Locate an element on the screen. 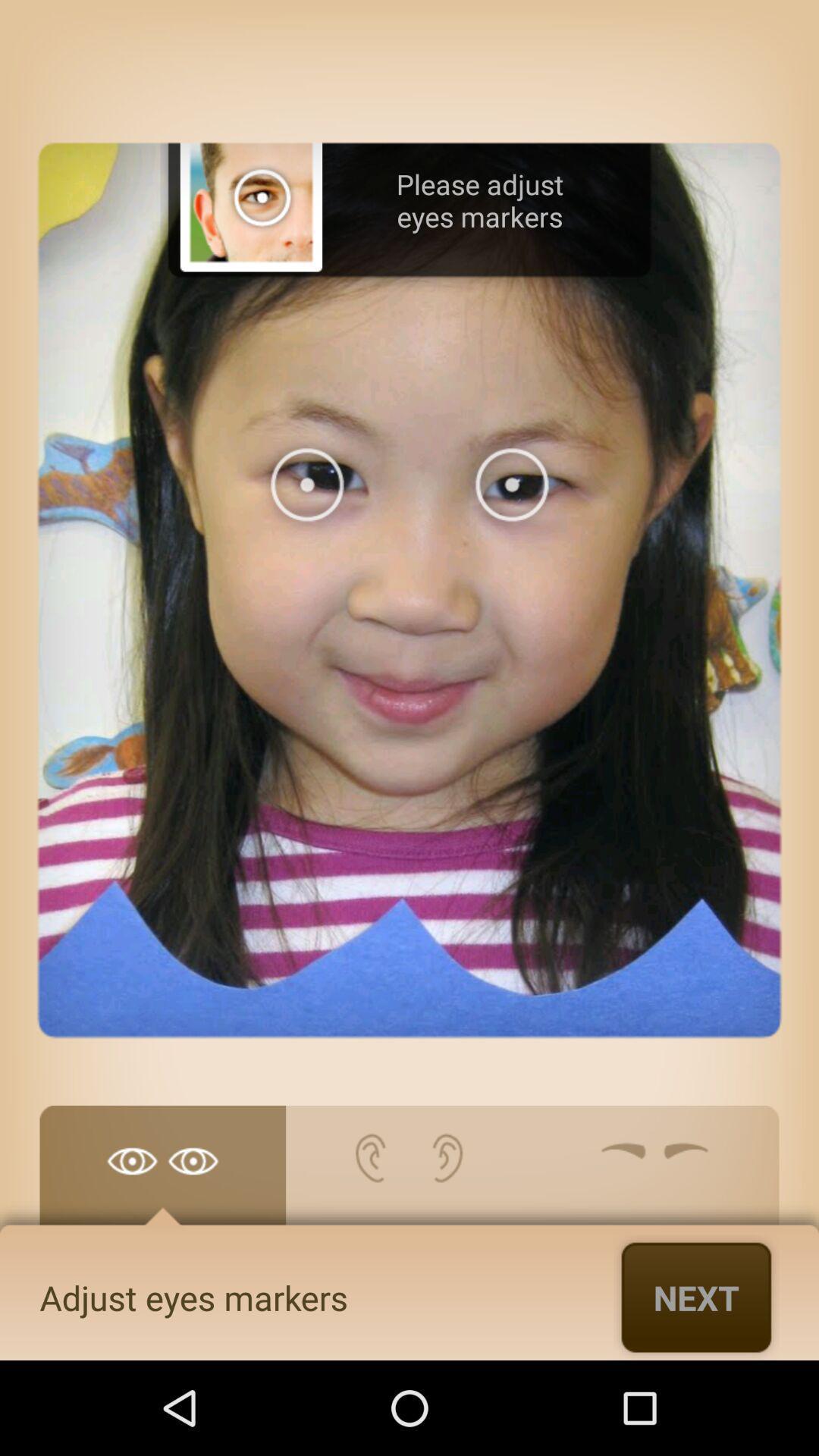  adjust eyes markers is located at coordinates (162, 1172).